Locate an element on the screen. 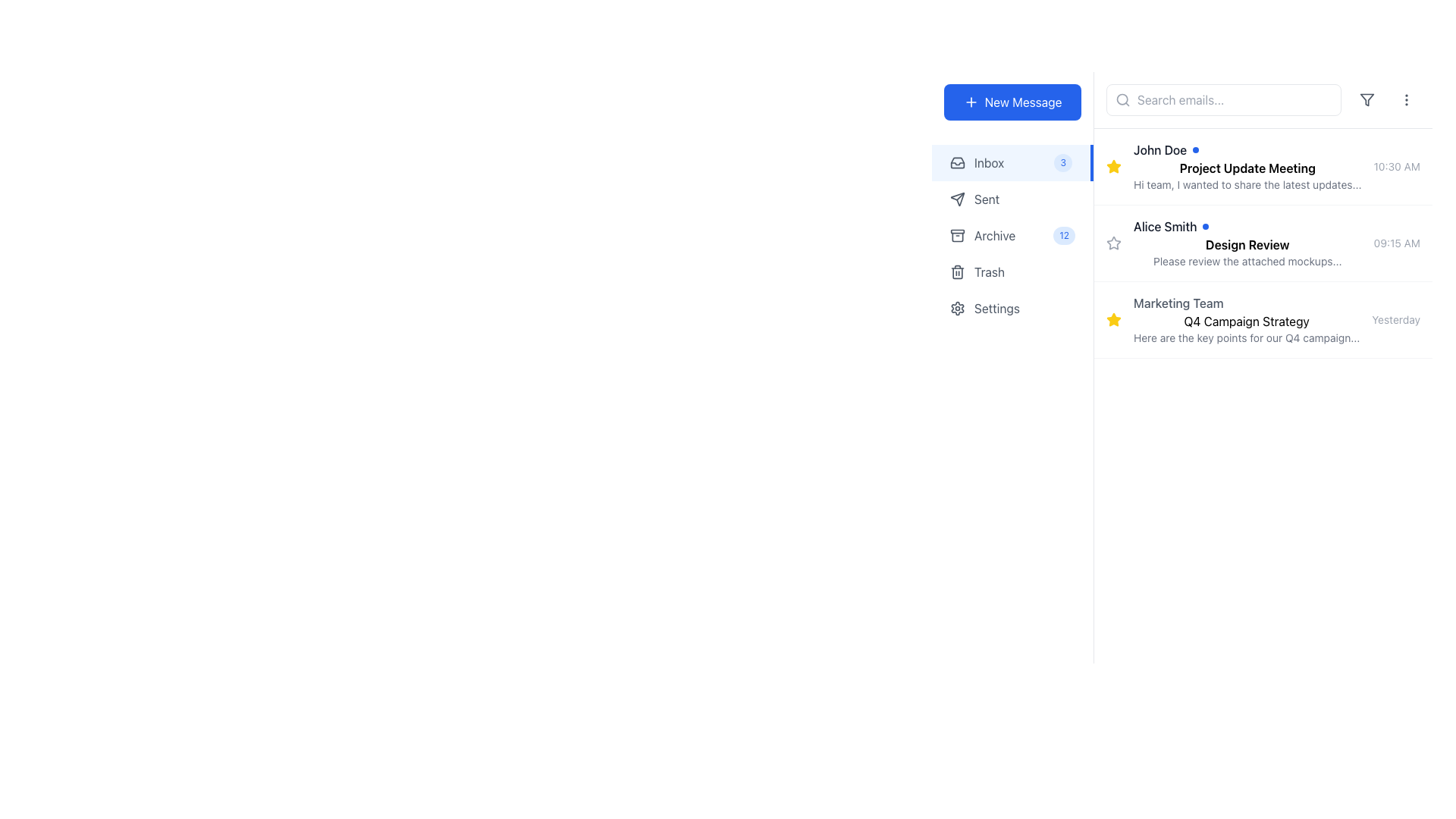  the interactive email summary entry located in the second slot of the vertical email list is located at coordinates (1263, 242).